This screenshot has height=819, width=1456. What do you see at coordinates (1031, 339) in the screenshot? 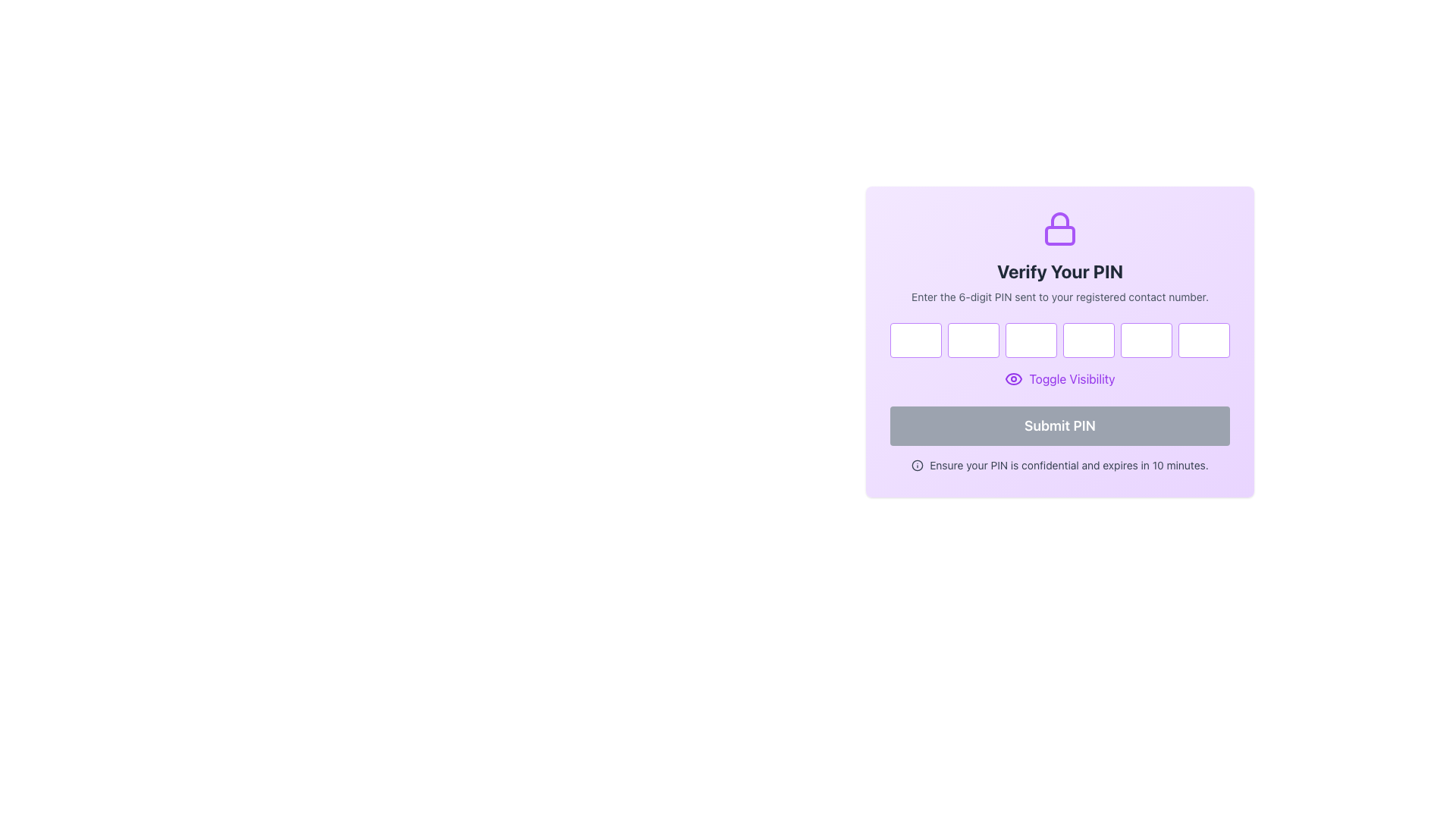
I see `the third password input field, which is a small rectangular field with a purple border and rounded corners, located in a horizontal row of six similar fields` at bounding box center [1031, 339].